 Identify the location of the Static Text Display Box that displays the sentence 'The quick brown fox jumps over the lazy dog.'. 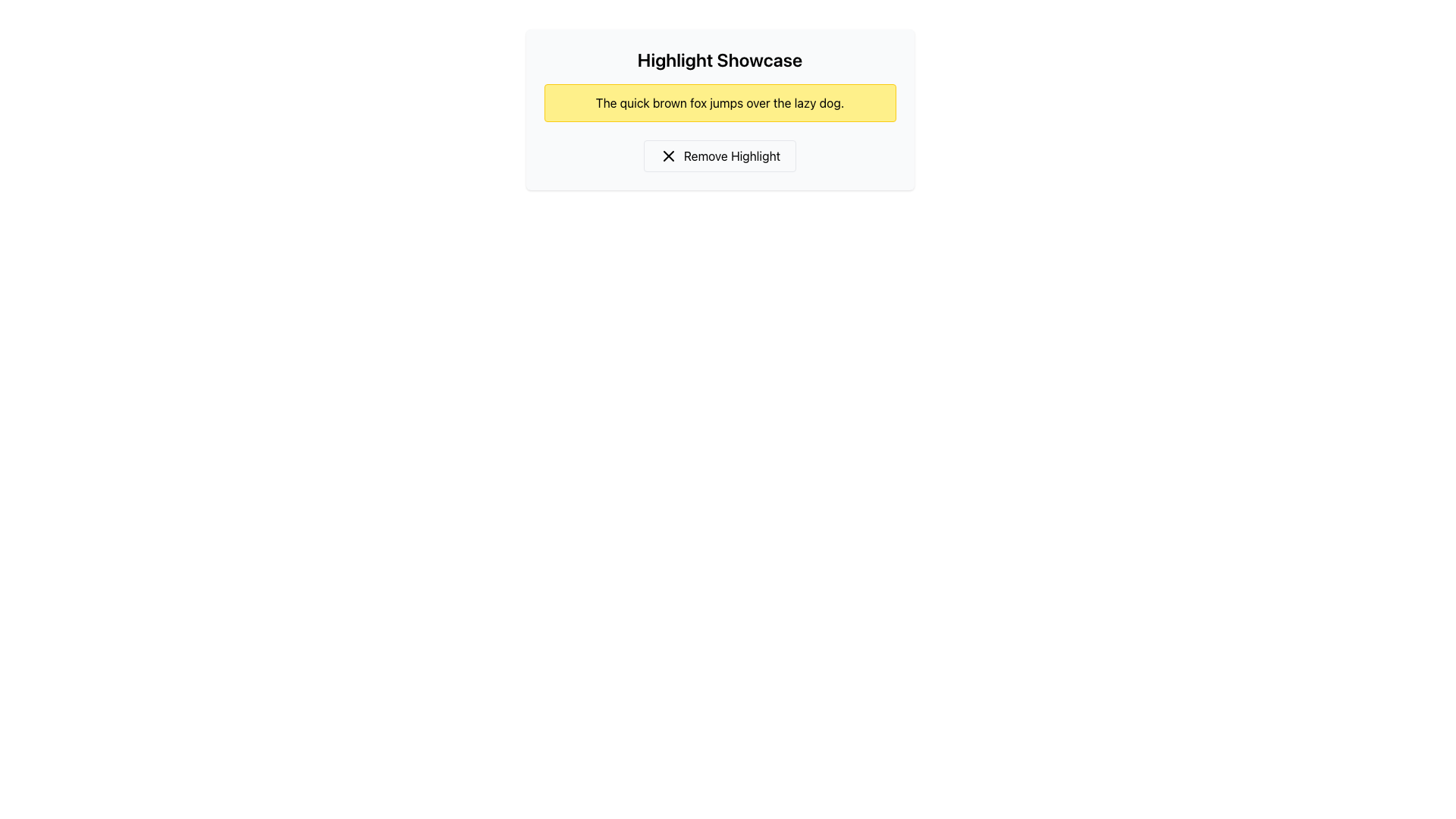
(719, 102).